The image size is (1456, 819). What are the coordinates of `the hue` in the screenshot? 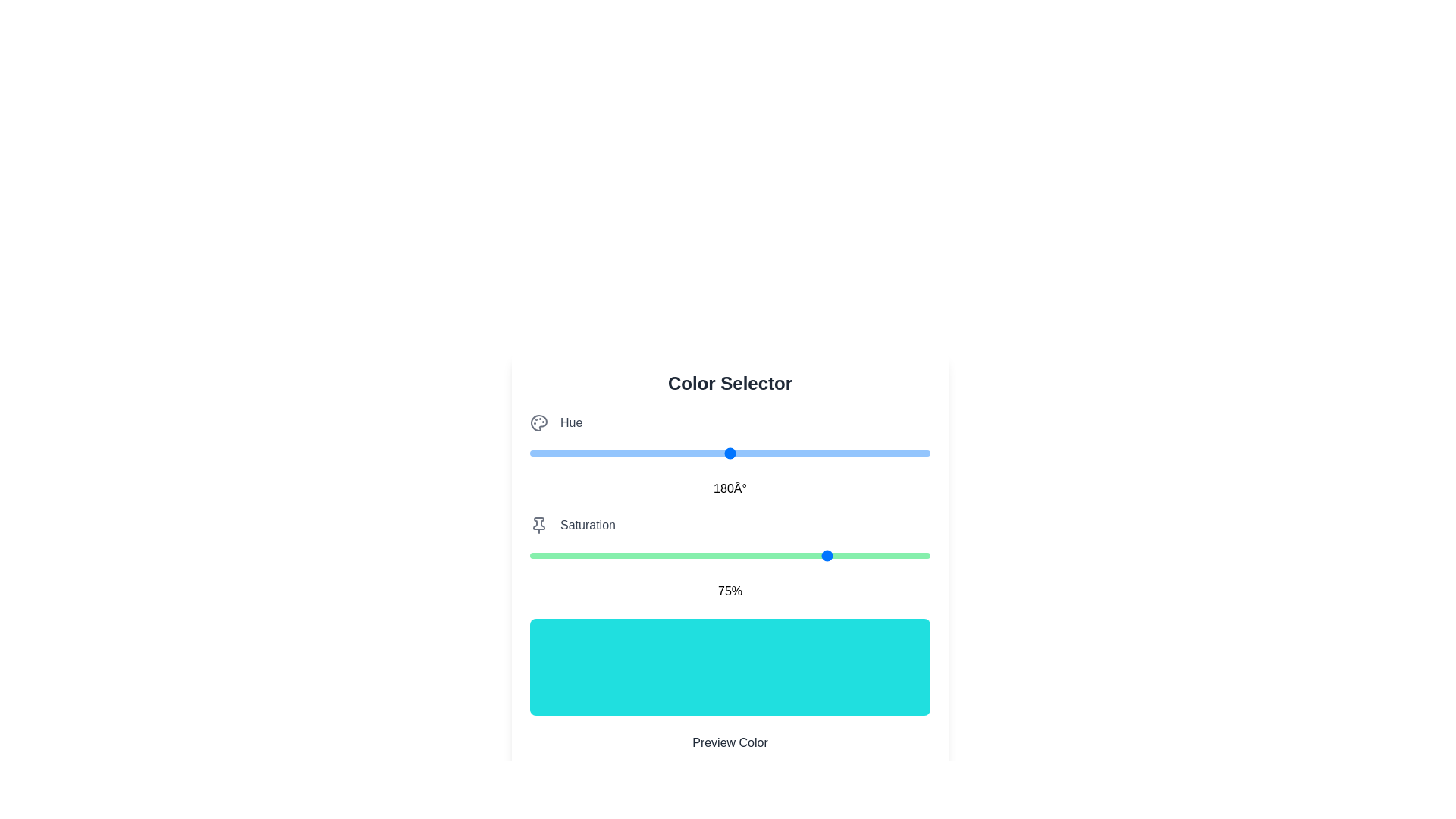 It's located at (726, 452).